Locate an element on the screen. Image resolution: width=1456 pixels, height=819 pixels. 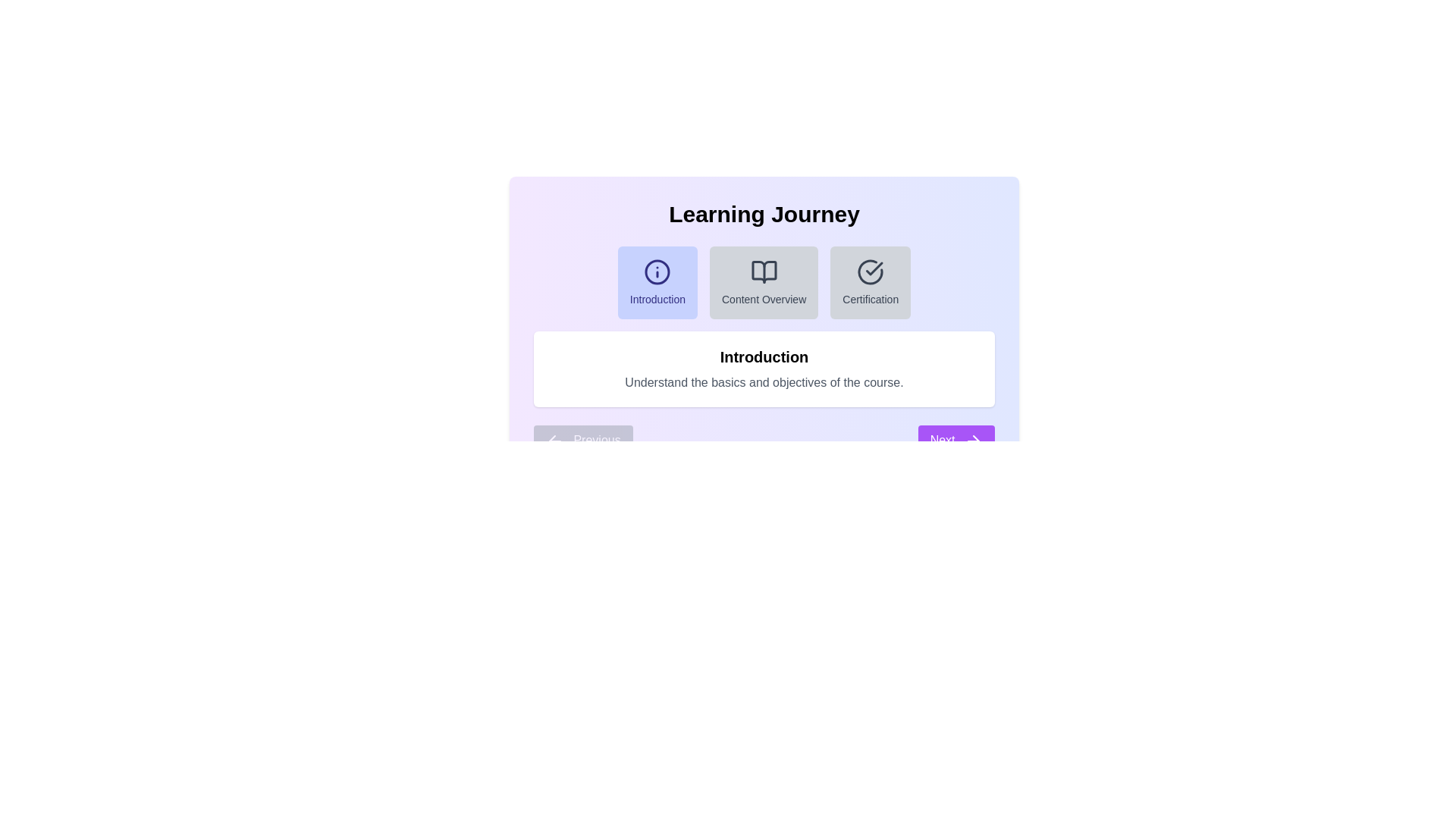
the icon of the current step in the Learning Journey Stepper is located at coordinates (657, 271).